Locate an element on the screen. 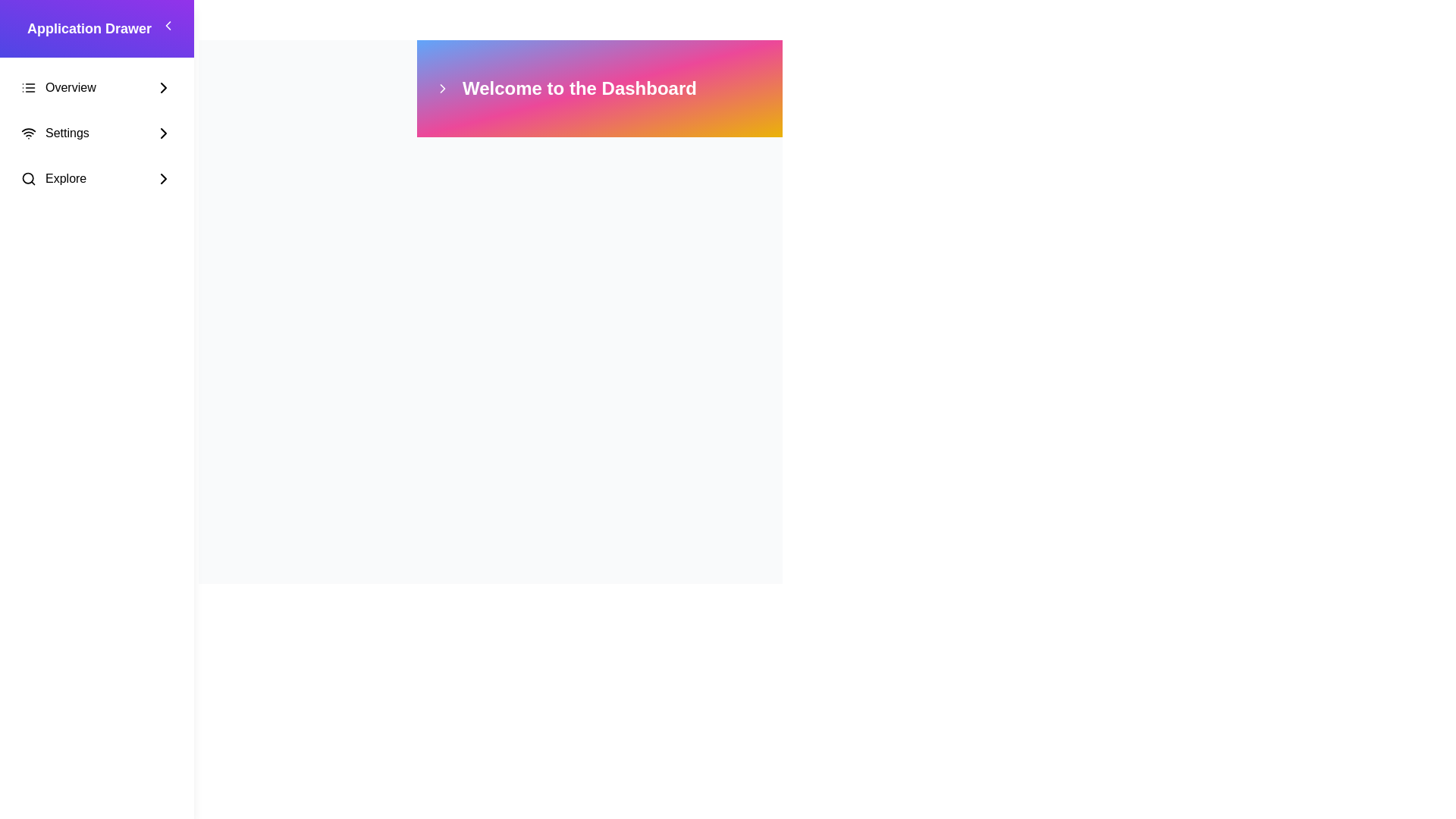  the header banner component that welcomes users to the dashboard section of the application is located at coordinates (599, 88).